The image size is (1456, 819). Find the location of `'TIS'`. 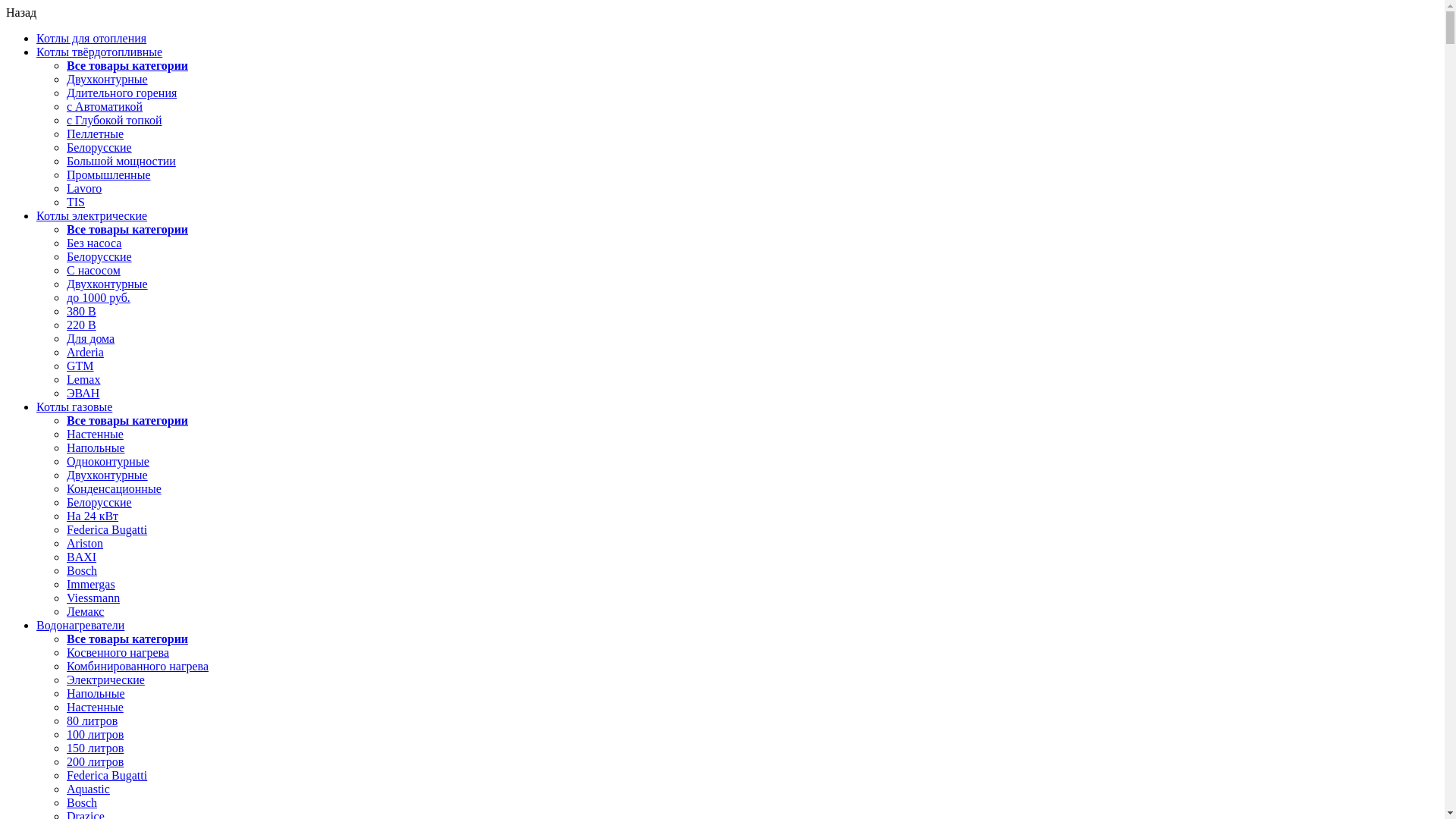

'TIS' is located at coordinates (75, 201).